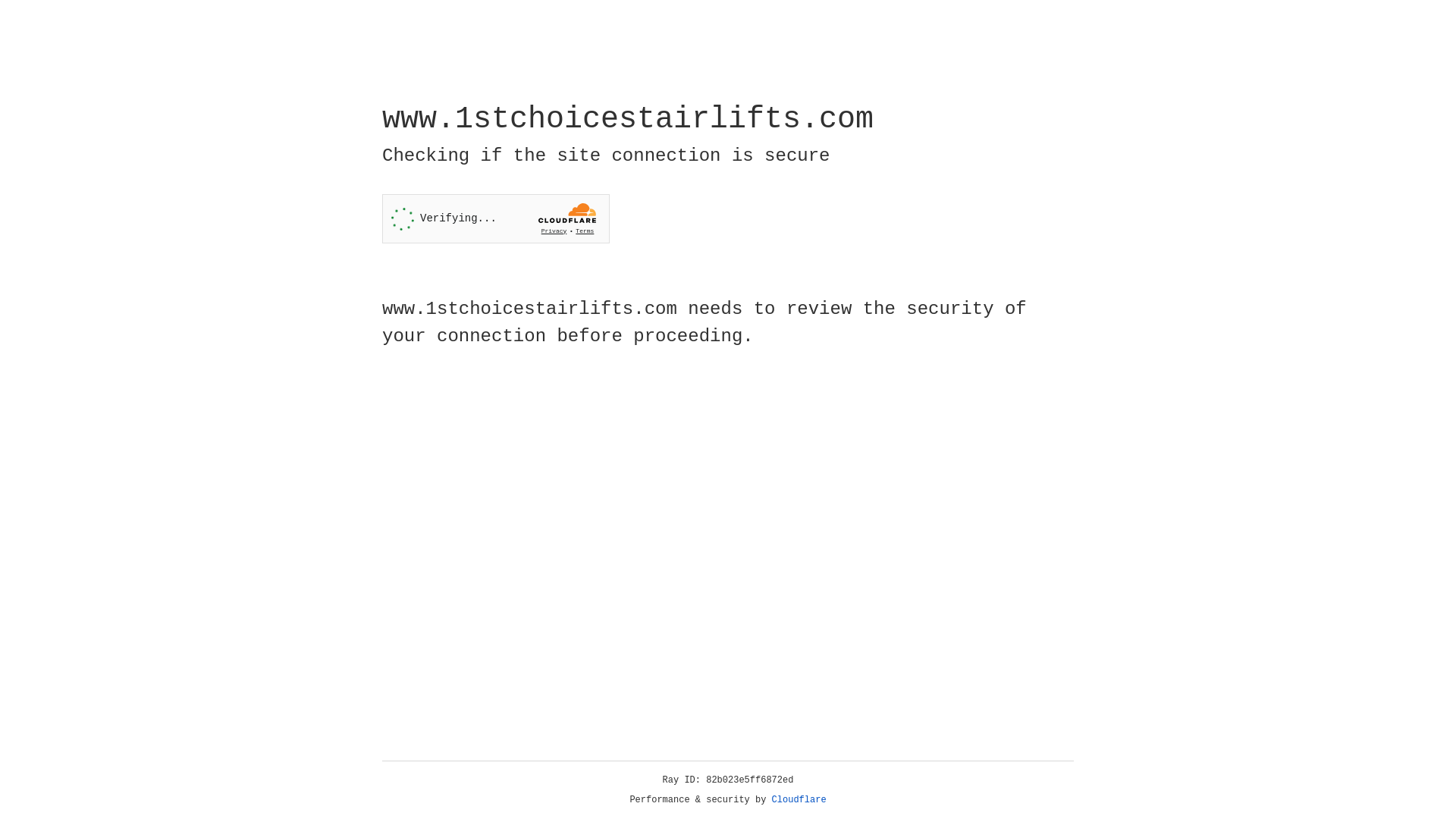  What do you see at coordinates (799, 799) in the screenshot?
I see `'Cloudflare'` at bounding box center [799, 799].